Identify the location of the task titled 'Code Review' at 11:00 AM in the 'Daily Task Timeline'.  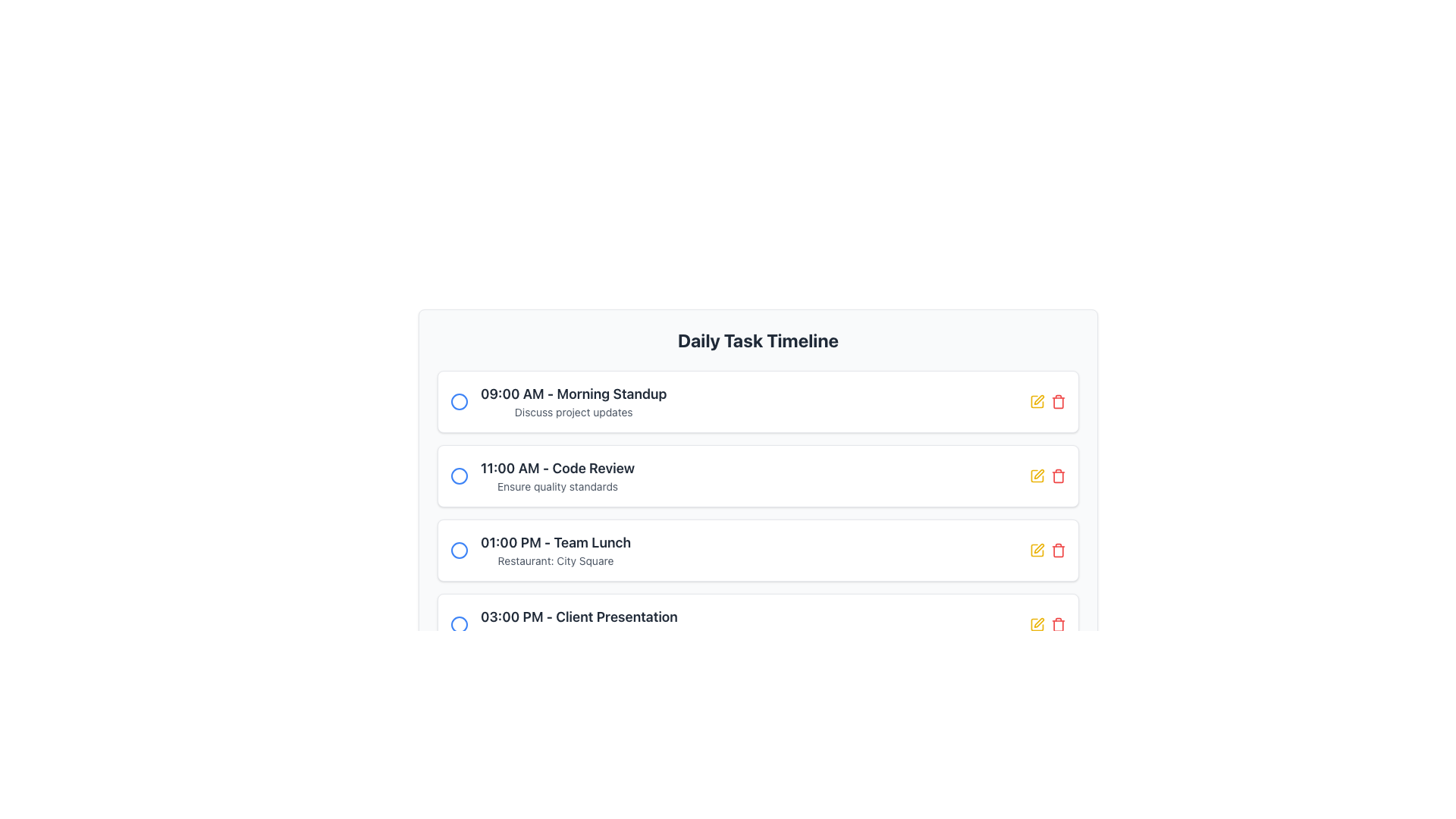
(557, 475).